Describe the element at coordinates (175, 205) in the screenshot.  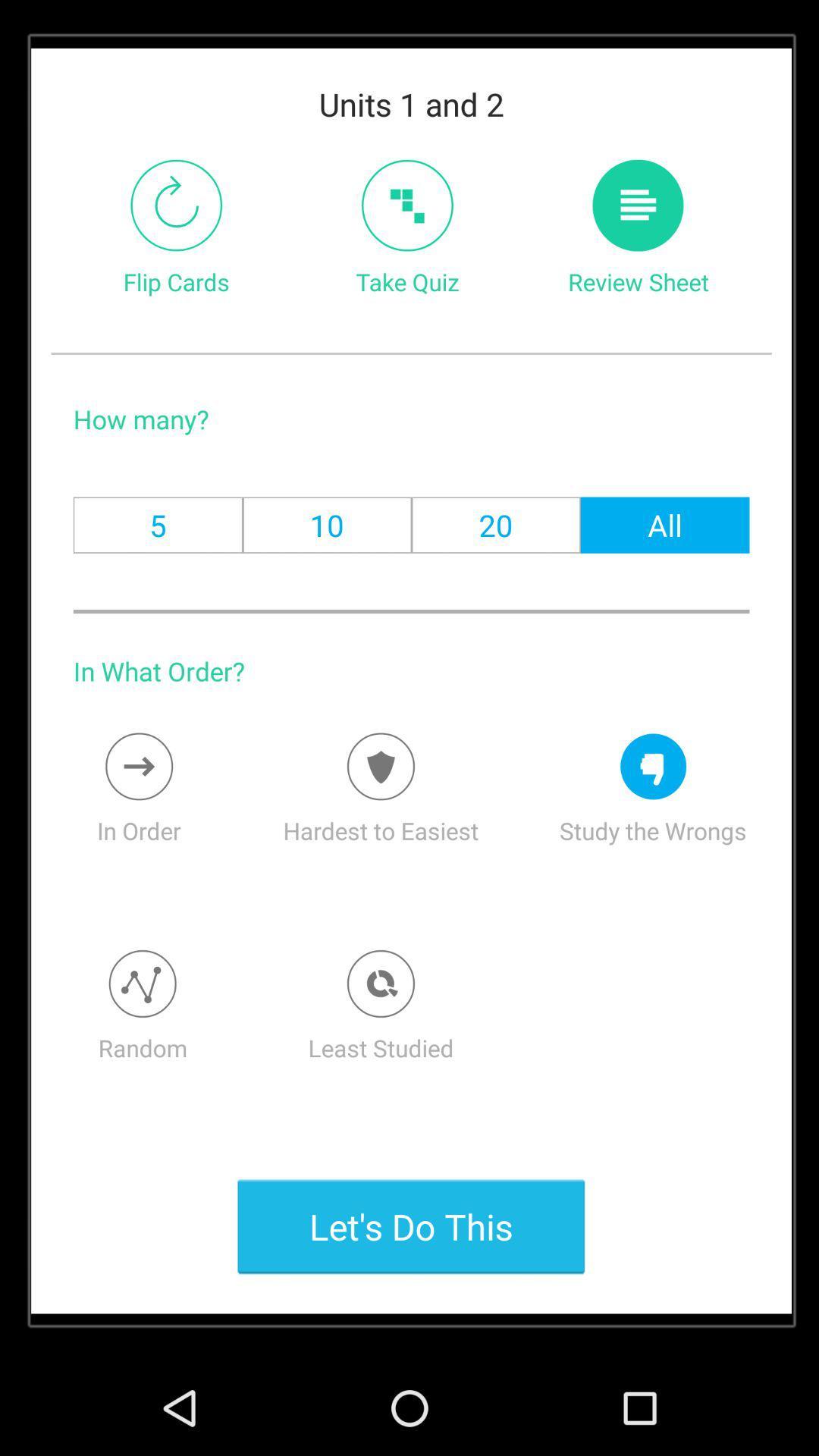
I see `turn flip cards study mode` at that location.